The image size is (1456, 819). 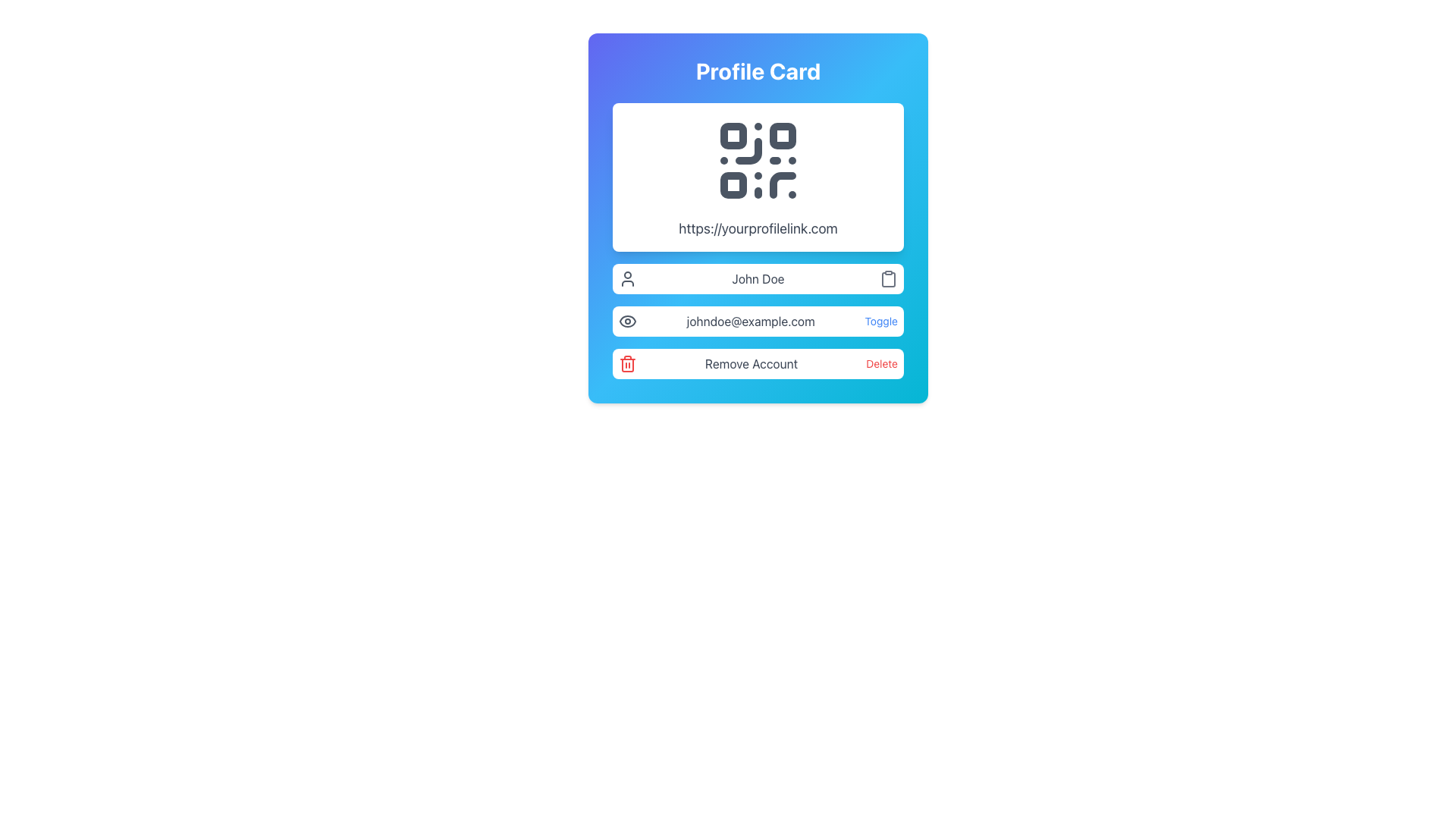 I want to click on the static text display that shows 'https://yourprofilelink.com', which is centered below a QR code graphic, so click(x=758, y=228).